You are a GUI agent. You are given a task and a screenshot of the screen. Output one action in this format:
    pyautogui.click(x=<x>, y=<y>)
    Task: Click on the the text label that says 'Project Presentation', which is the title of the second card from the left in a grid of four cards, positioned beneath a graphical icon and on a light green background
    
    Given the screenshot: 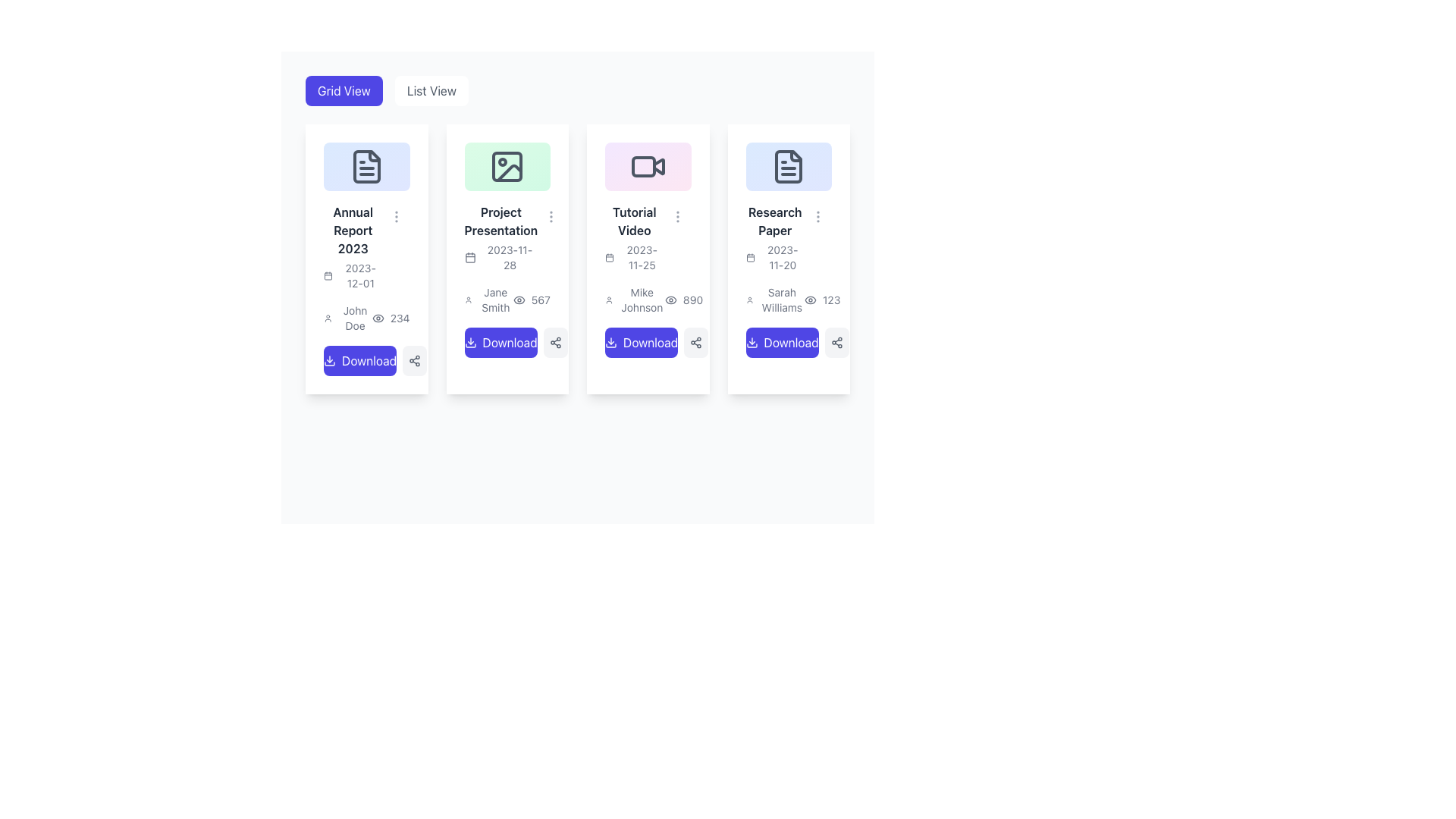 What is the action you would take?
    pyautogui.click(x=500, y=221)
    